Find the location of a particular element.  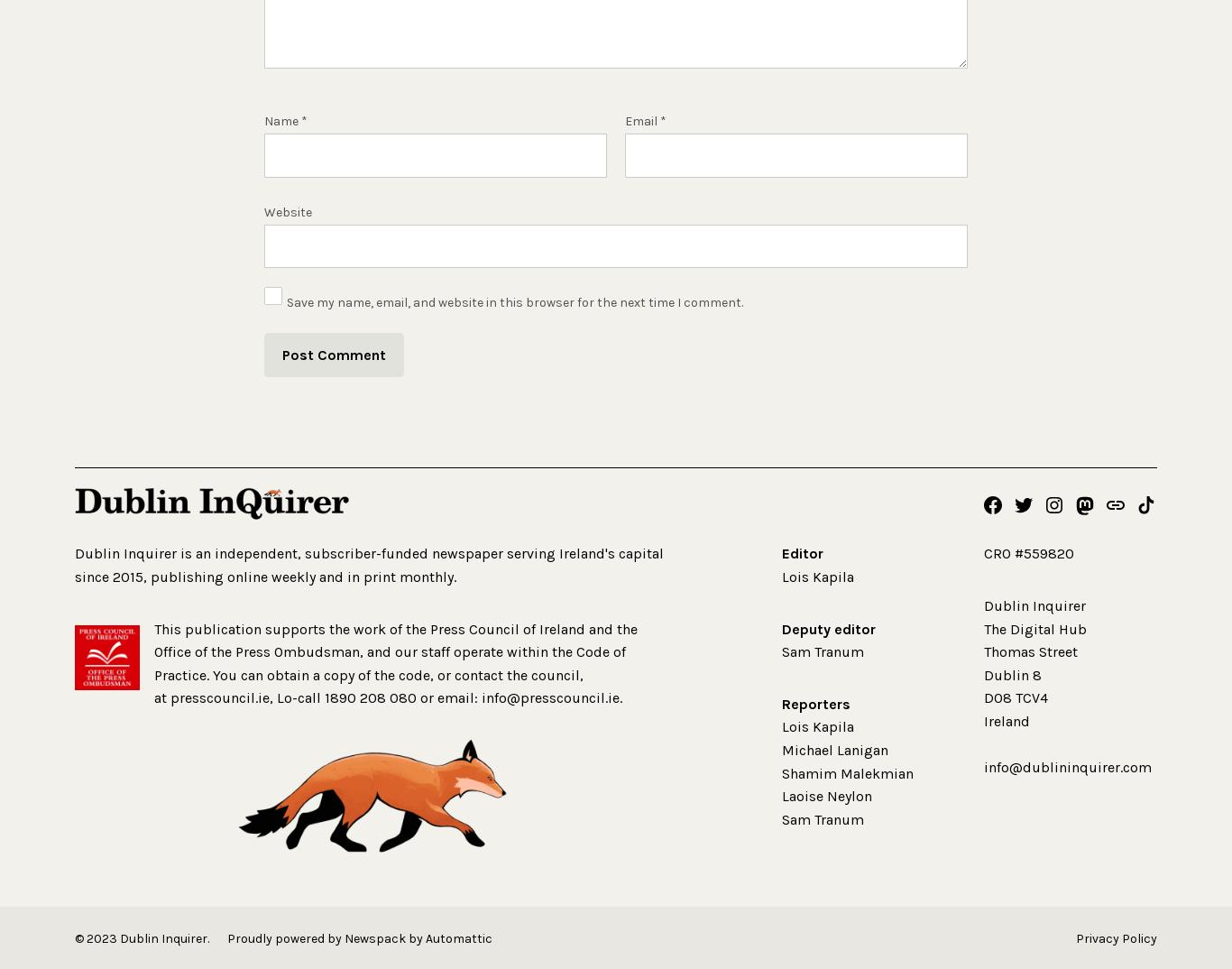

'Reporters' is located at coordinates (814, 702).